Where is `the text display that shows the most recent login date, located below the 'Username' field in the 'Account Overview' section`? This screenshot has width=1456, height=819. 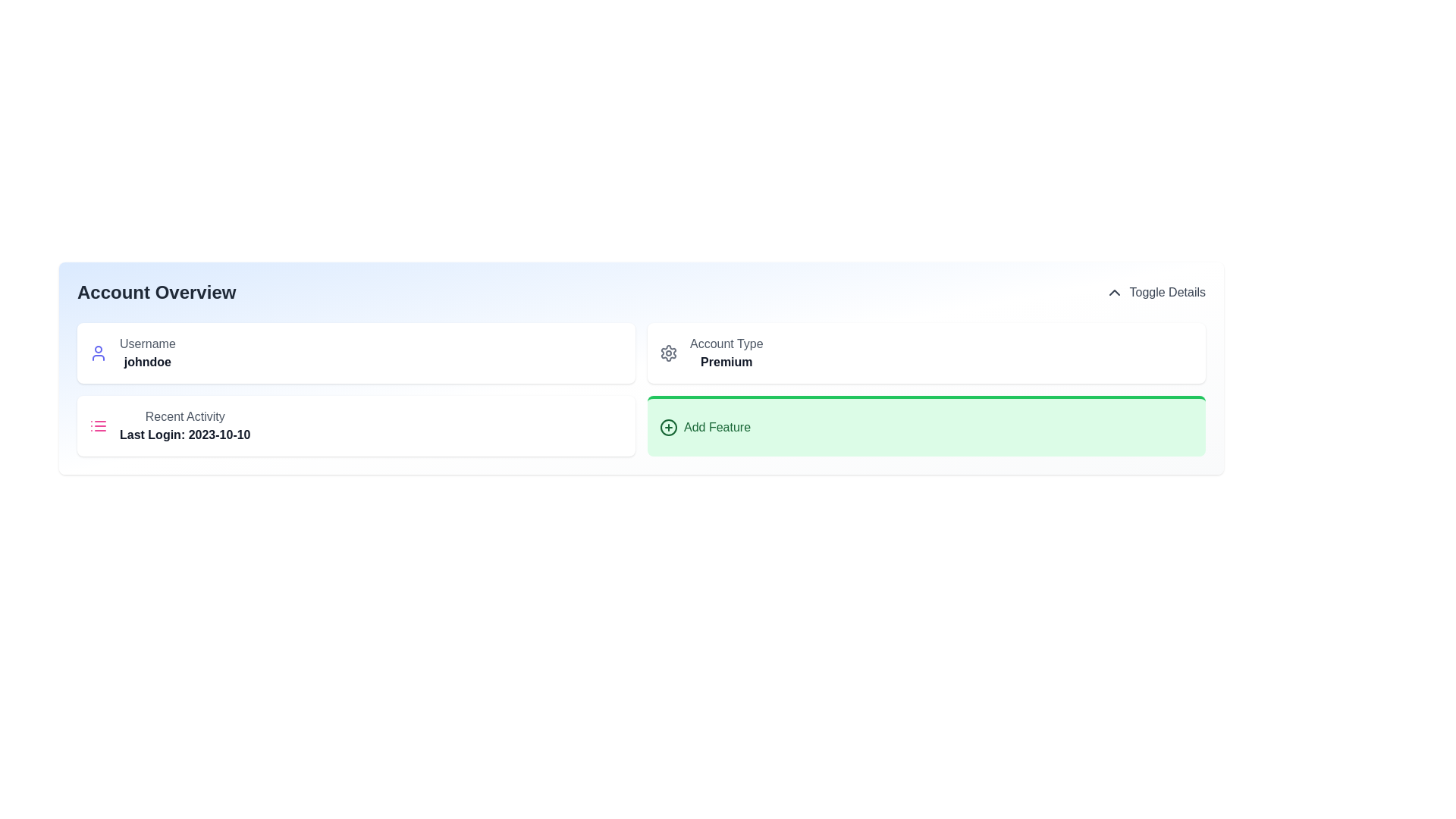 the text display that shows the most recent login date, located below the 'Username' field in the 'Account Overview' section is located at coordinates (184, 426).